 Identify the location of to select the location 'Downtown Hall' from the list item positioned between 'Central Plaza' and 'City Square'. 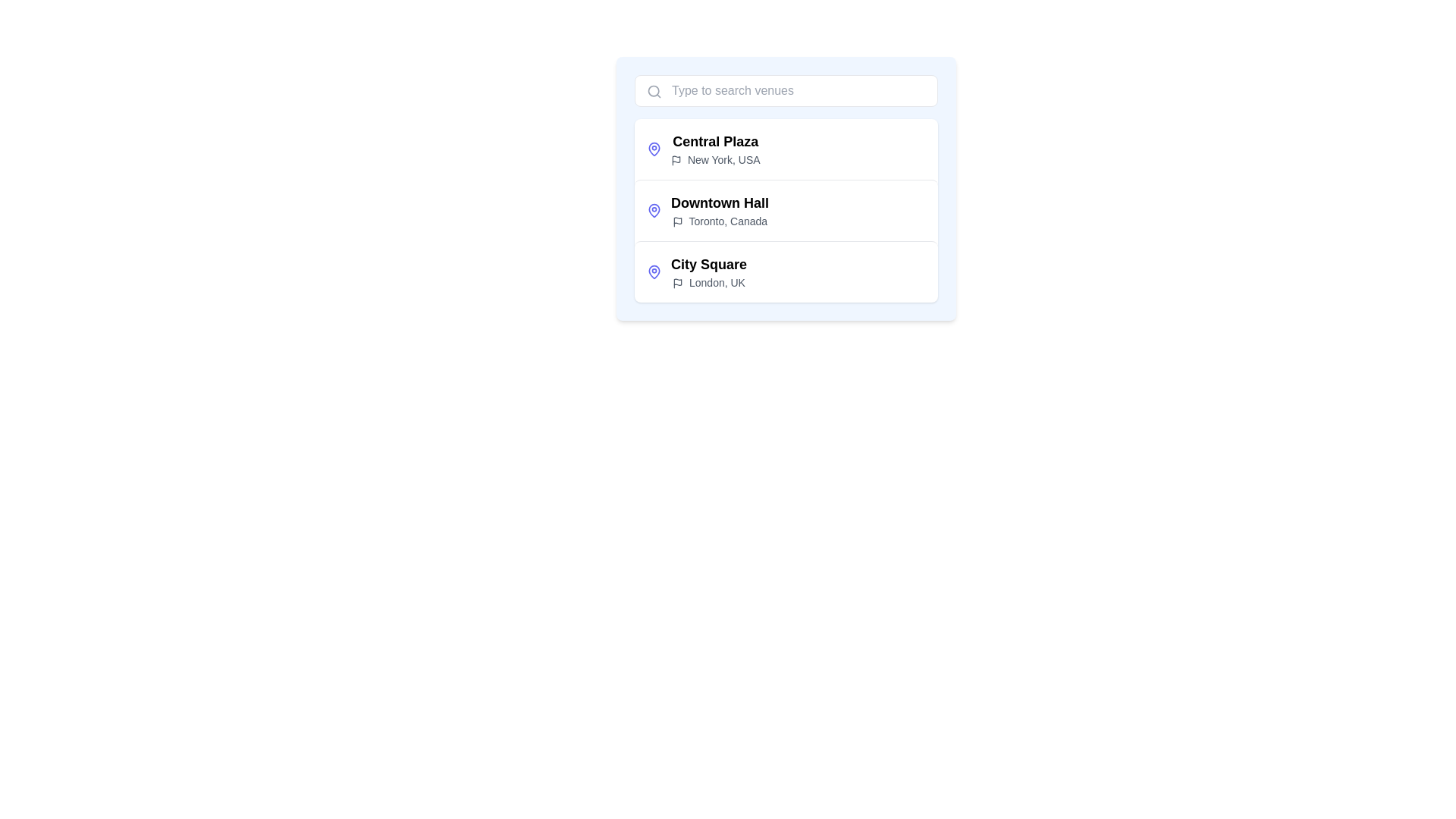
(786, 188).